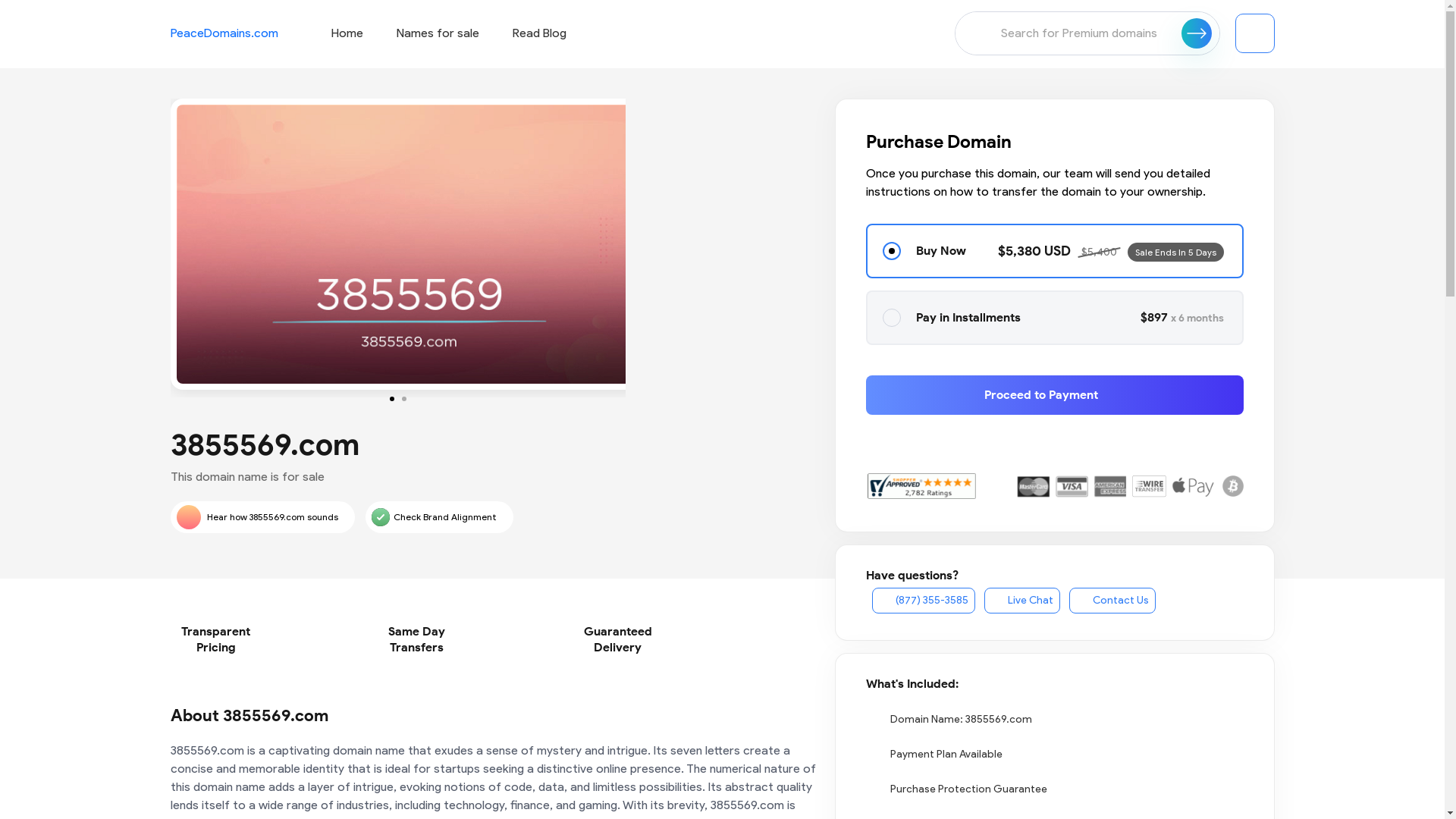 The width and height of the screenshot is (1456, 819). I want to click on 'Read Blog', so click(539, 33).